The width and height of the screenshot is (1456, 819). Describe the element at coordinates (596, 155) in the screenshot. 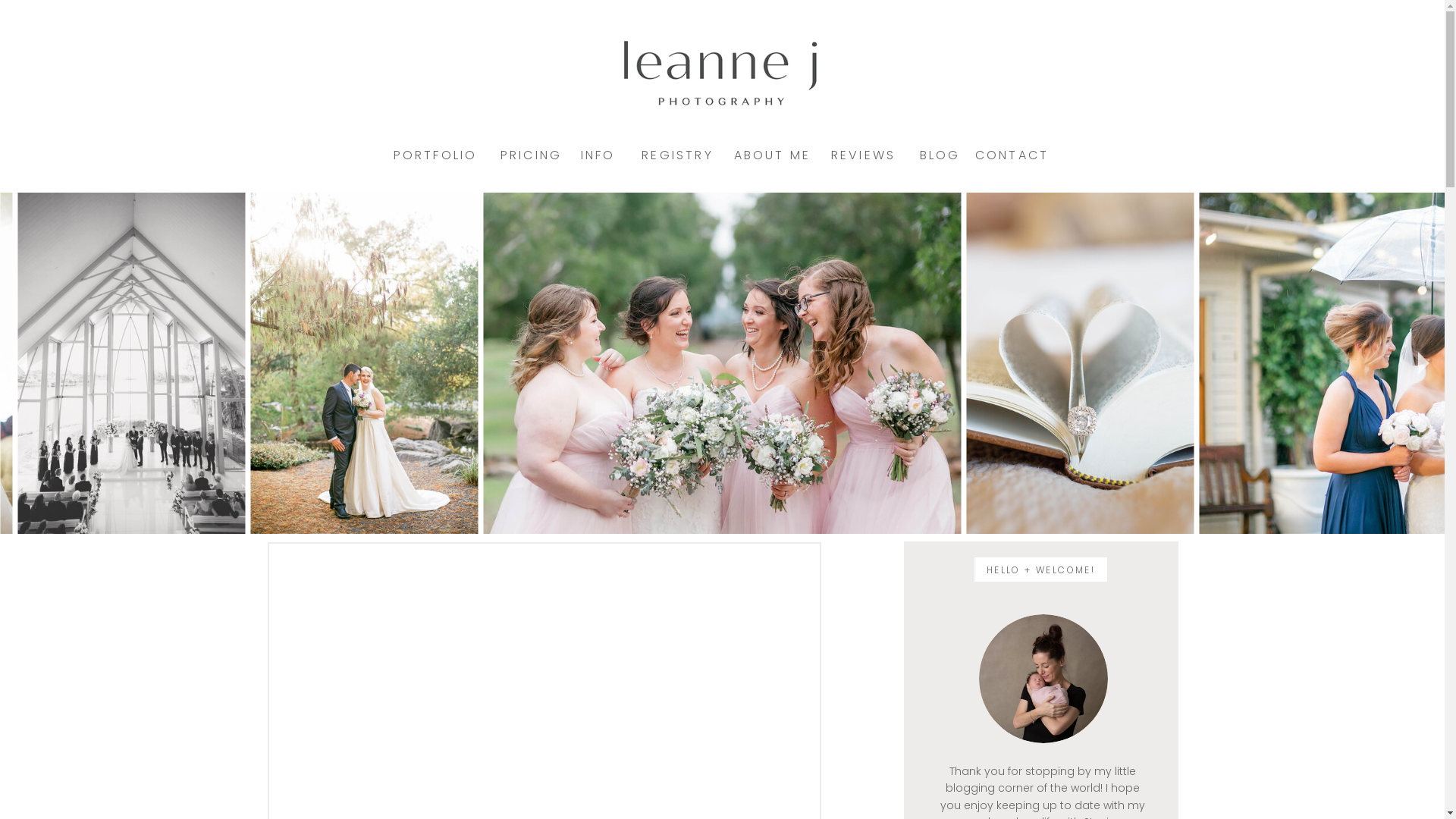

I see `'INFO'` at that location.